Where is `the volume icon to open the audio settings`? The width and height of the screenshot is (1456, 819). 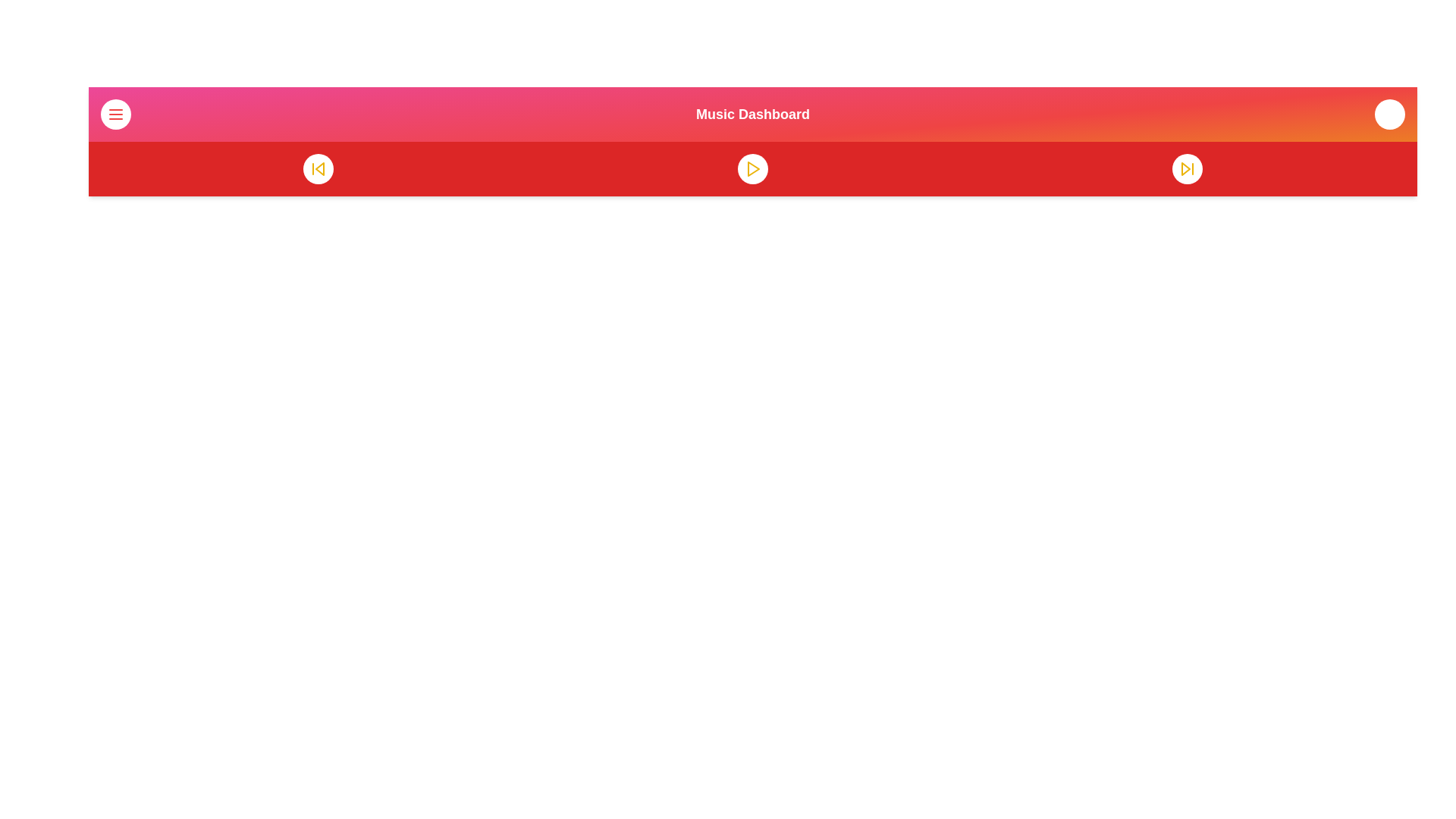
the volume icon to open the audio settings is located at coordinates (1390, 113).